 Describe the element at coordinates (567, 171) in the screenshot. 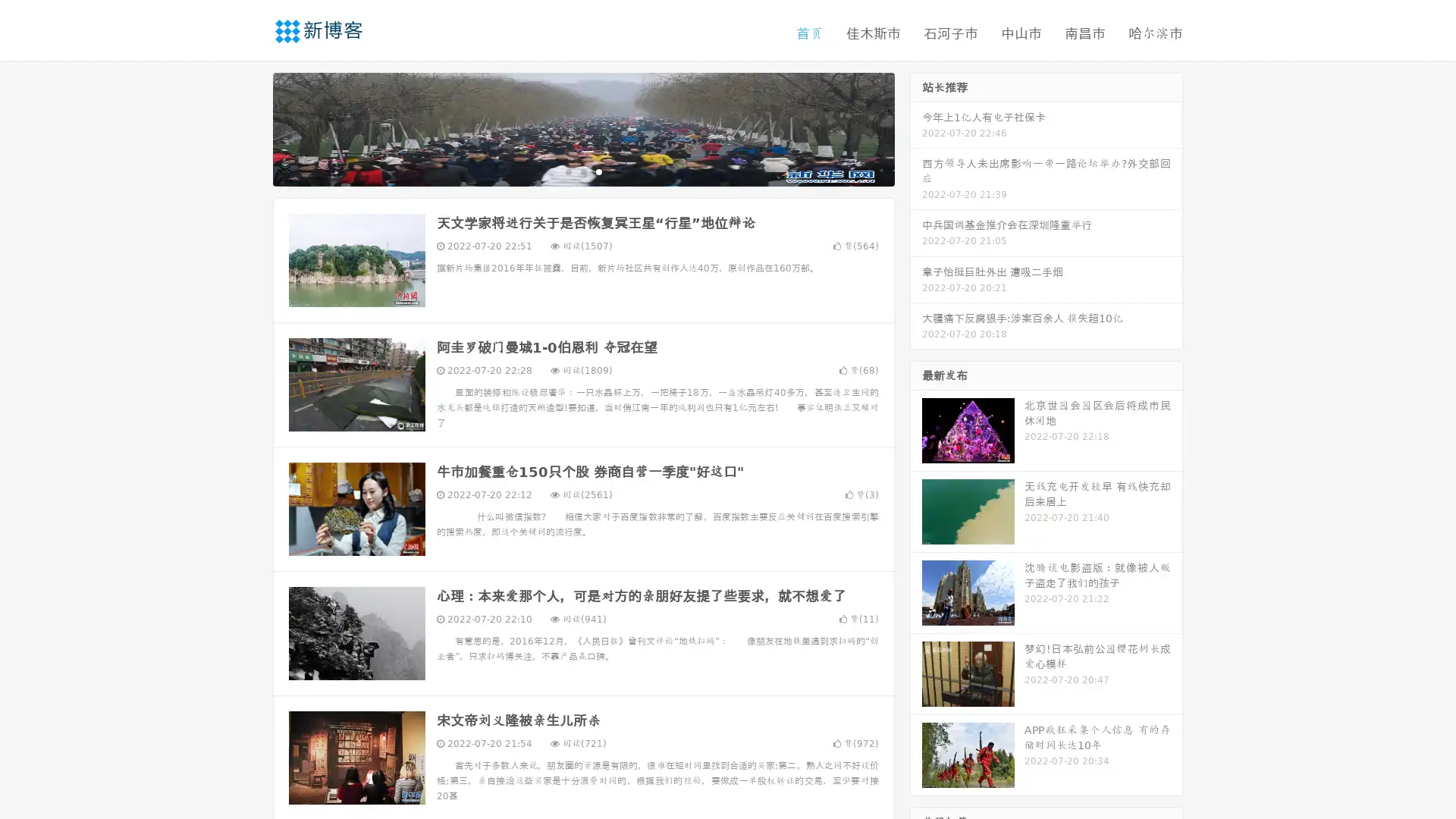

I see `Go to slide 1` at that location.